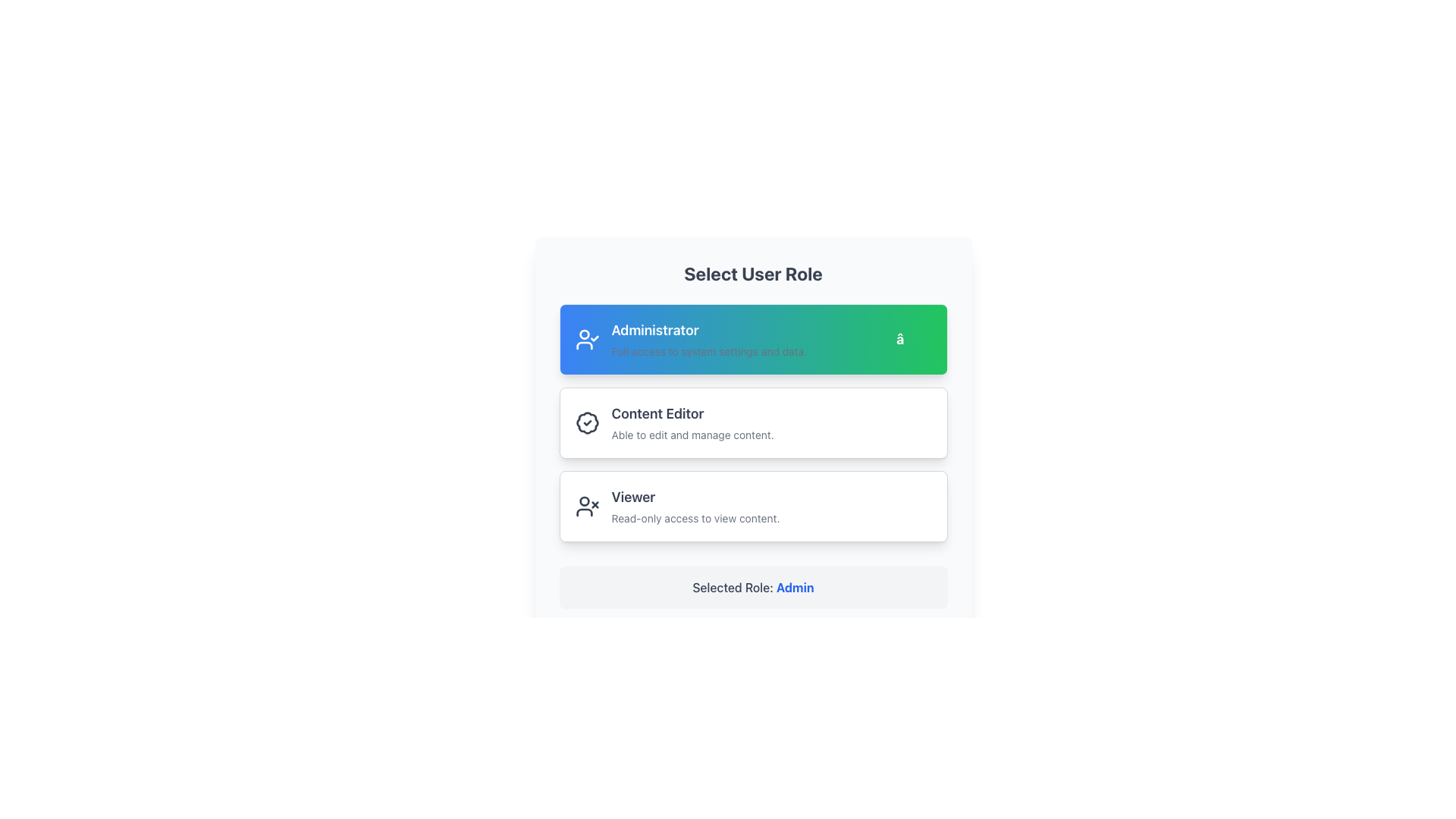  I want to click on the 'Content Editor' selectable option banner located below the 'Administrator' banner and above the 'Viewer' banner, so click(753, 423).